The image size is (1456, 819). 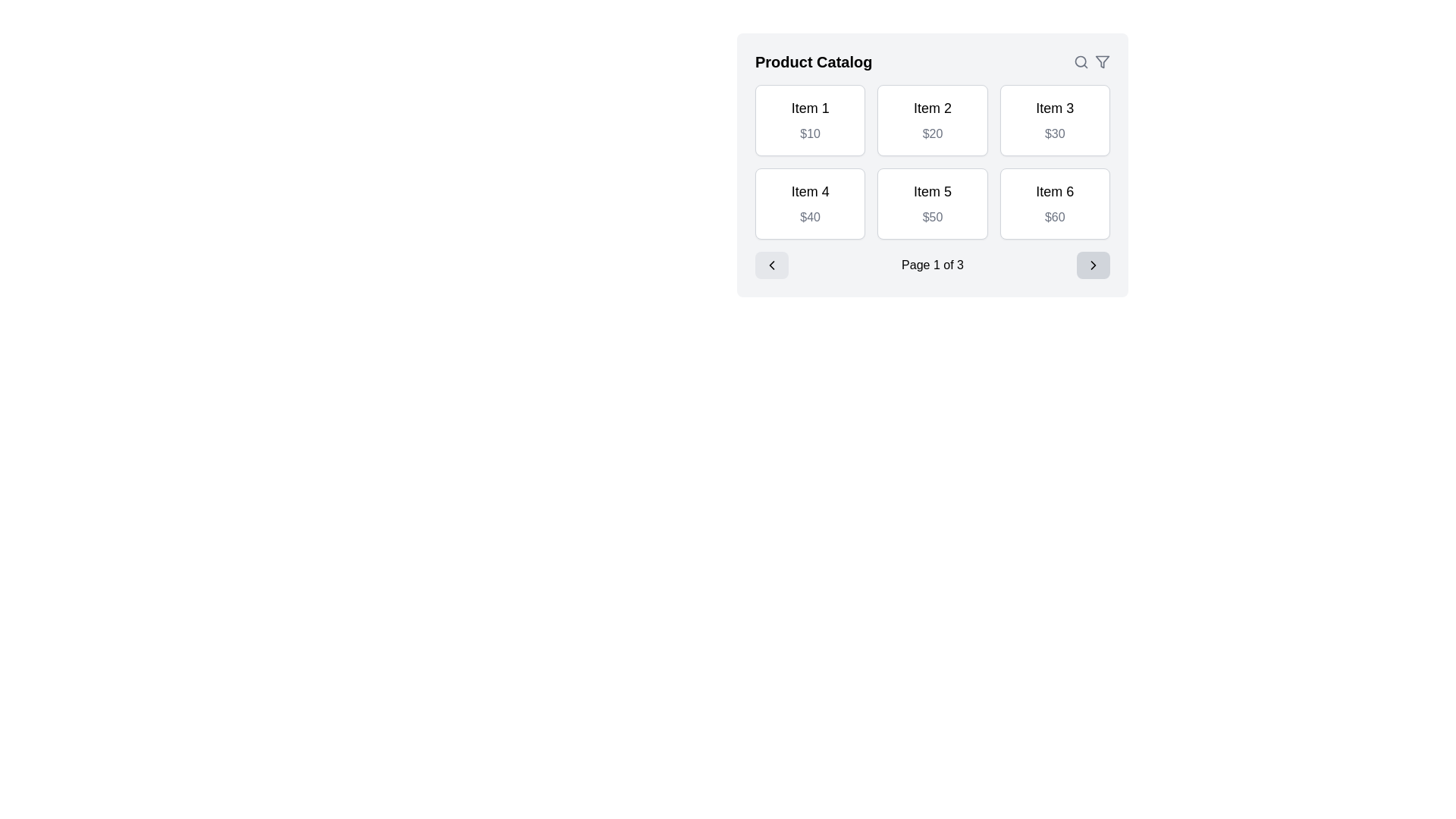 What do you see at coordinates (809, 217) in the screenshot?
I see `the text label displaying the value '$40' in gray font, which is located directly below 'Item 4' in the bottom-left section of the product catalog grid` at bounding box center [809, 217].